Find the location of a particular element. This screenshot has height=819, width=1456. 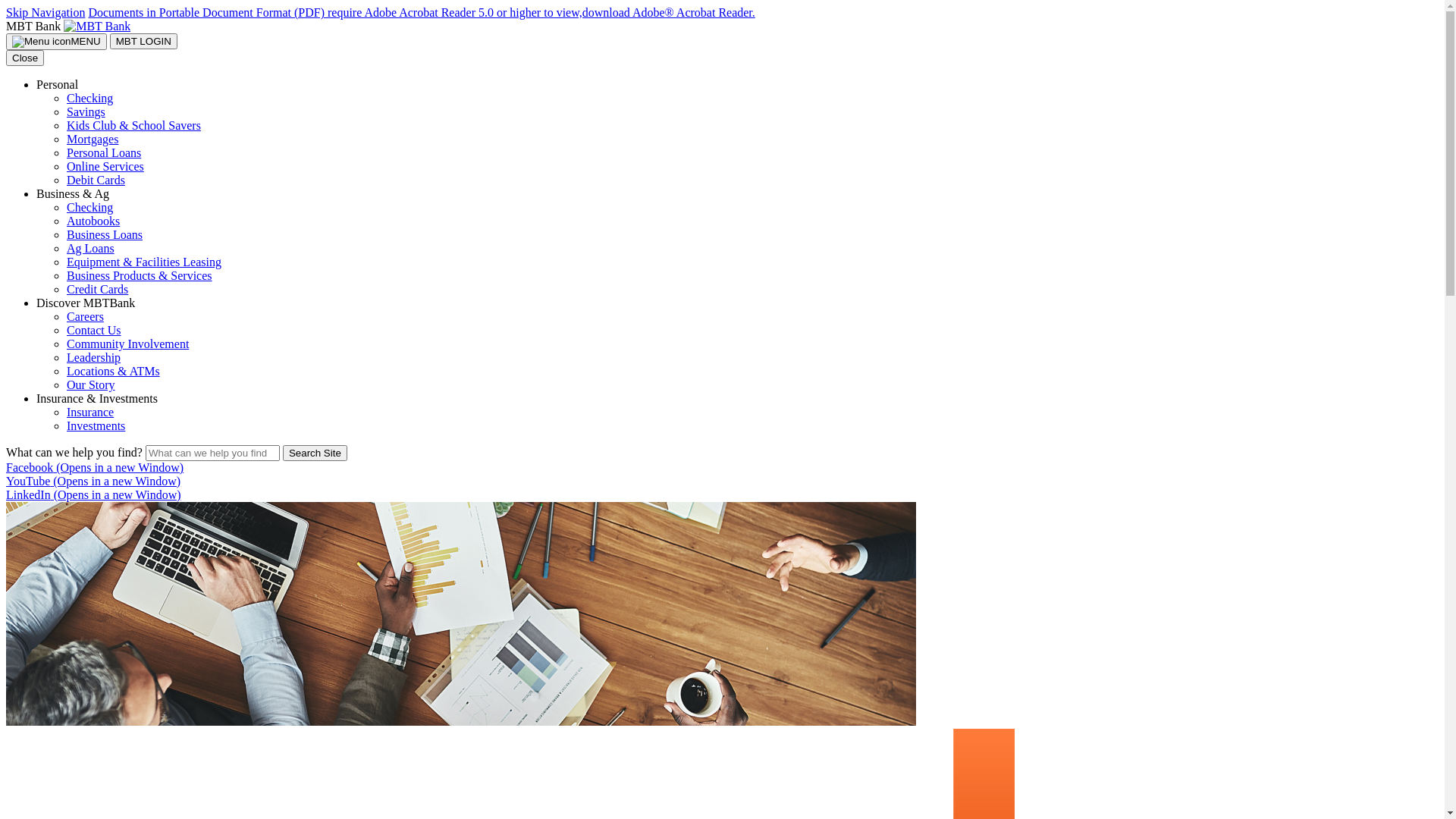

'Mortgages' is located at coordinates (65, 139).